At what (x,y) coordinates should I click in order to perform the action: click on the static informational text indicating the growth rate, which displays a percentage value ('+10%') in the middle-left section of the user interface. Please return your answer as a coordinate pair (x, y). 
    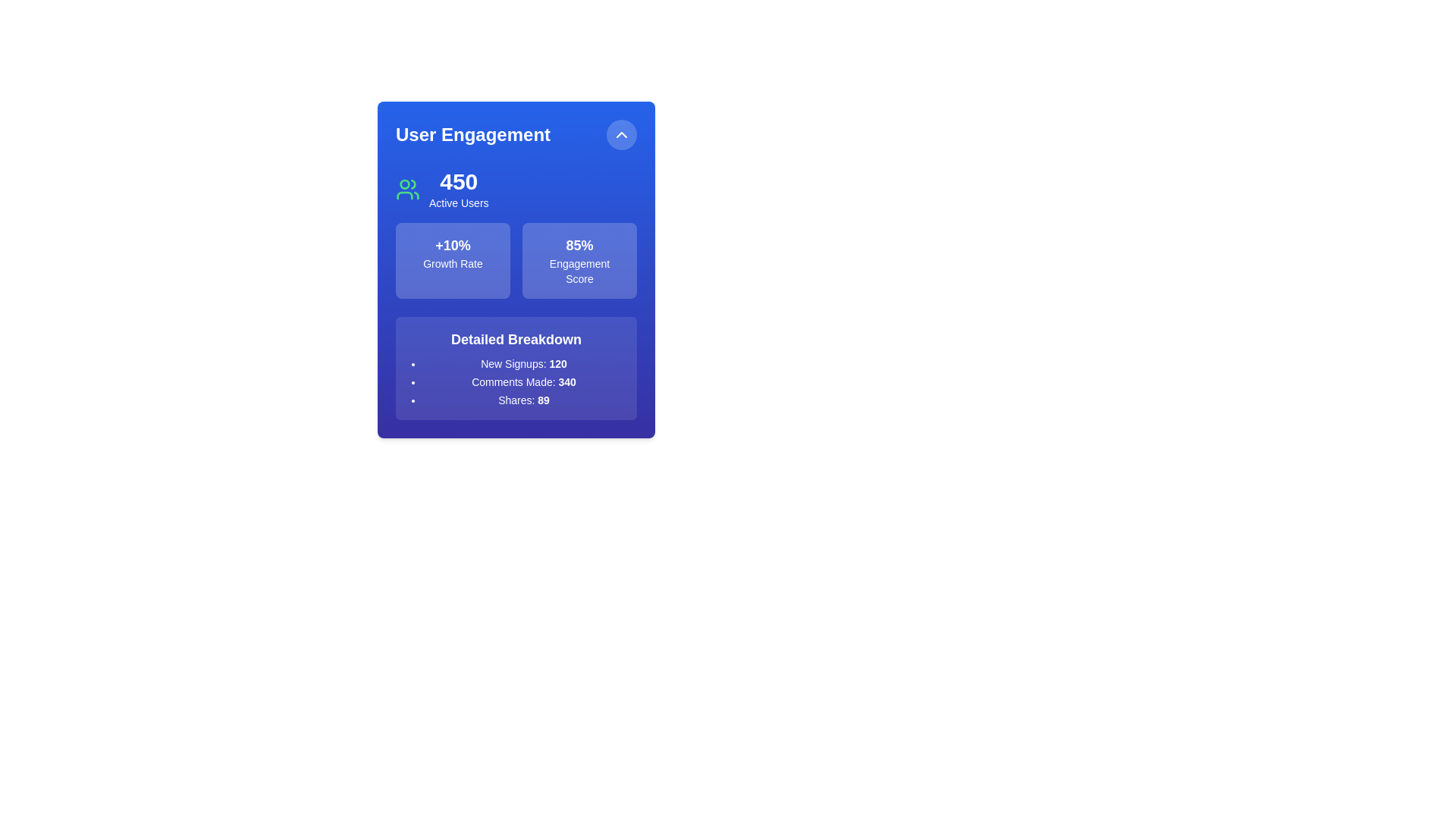
    Looking at the image, I should click on (452, 245).